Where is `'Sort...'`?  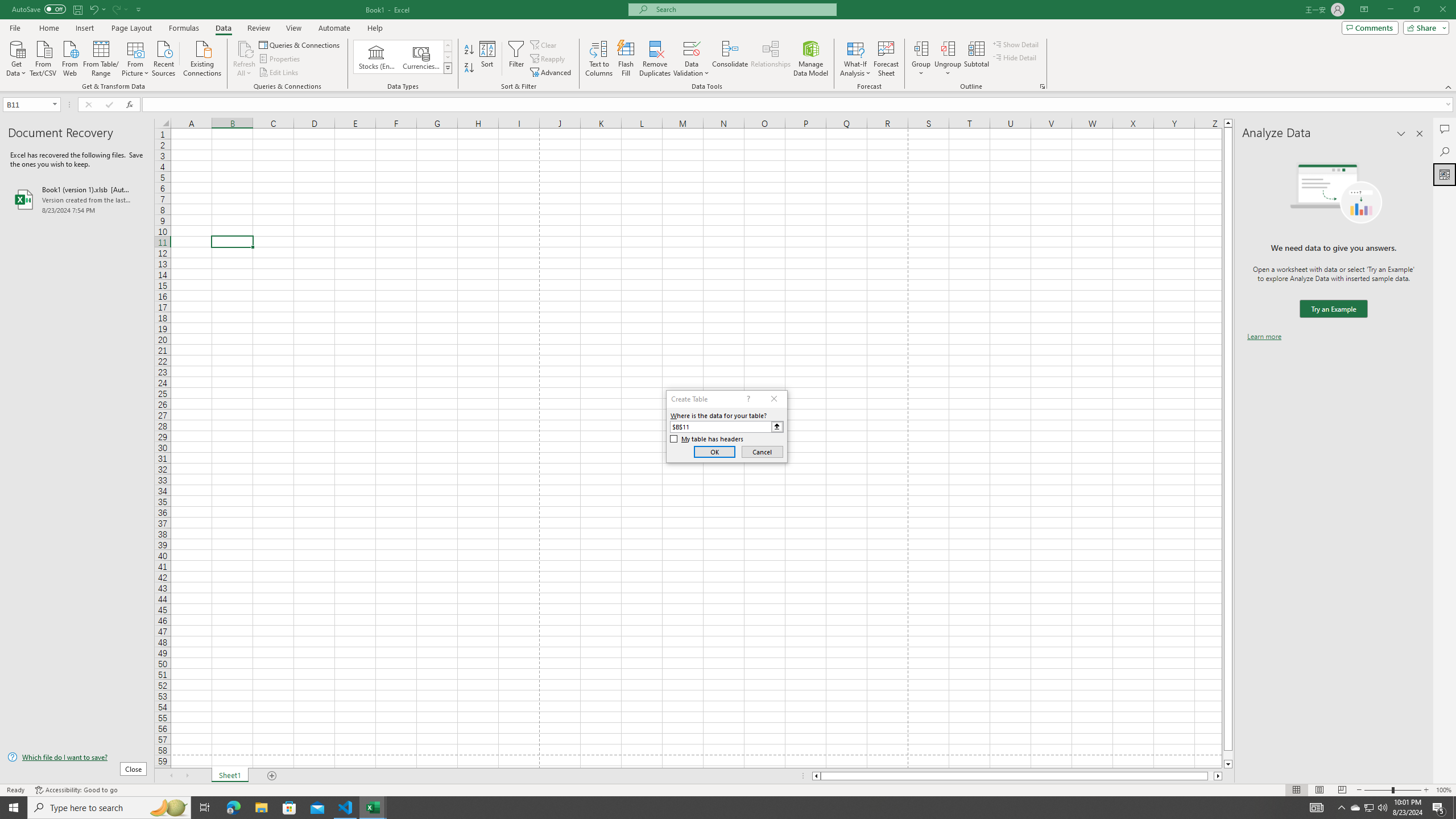
'Sort...' is located at coordinates (487, 59).